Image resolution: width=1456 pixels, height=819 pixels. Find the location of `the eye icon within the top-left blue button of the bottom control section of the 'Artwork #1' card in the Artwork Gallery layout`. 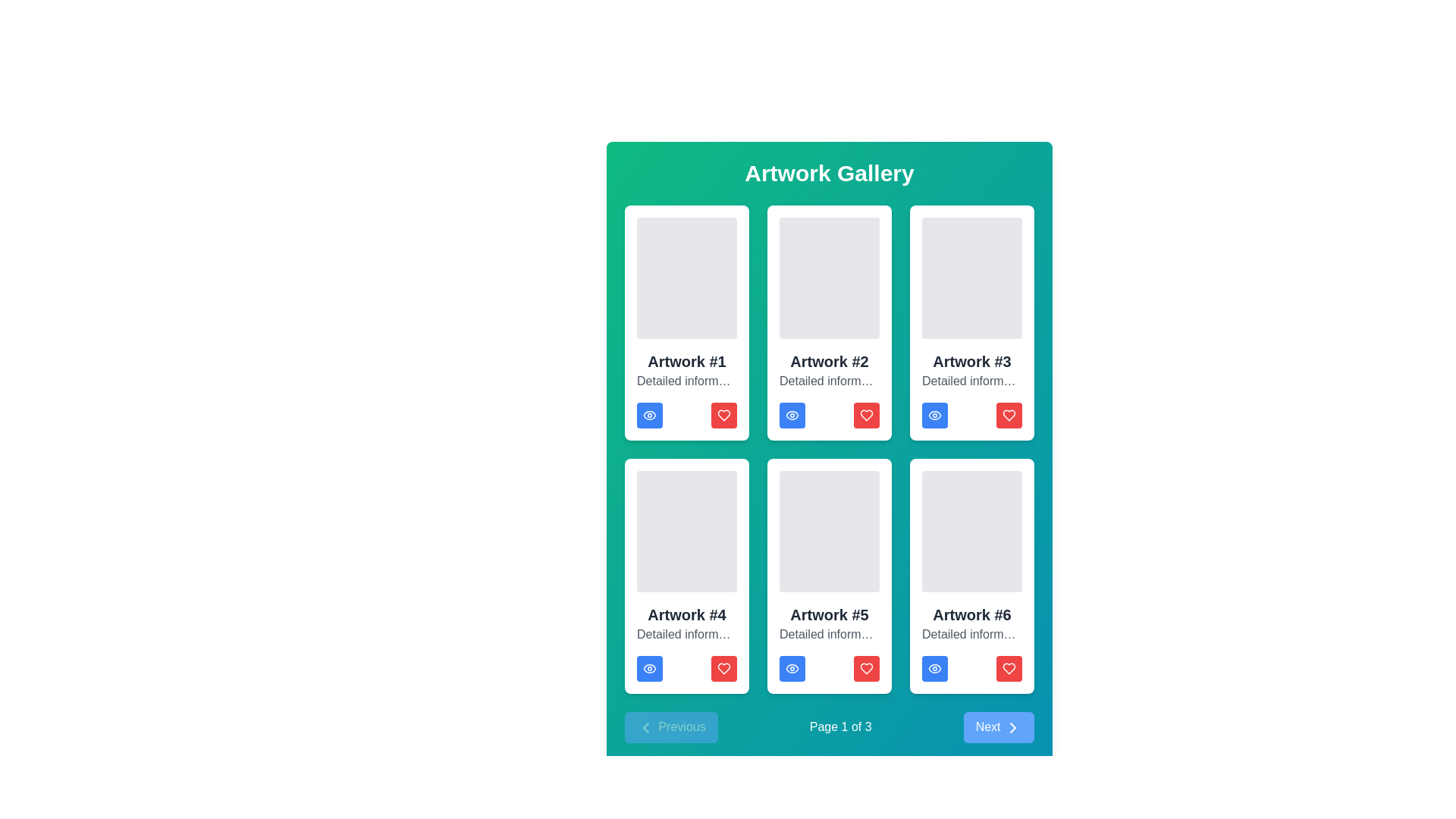

the eye icon within the top-left blue button of the bottom control section of the 'Artwork #1' card in the Artwork Gallery layout is located at coordinates (650, 415).